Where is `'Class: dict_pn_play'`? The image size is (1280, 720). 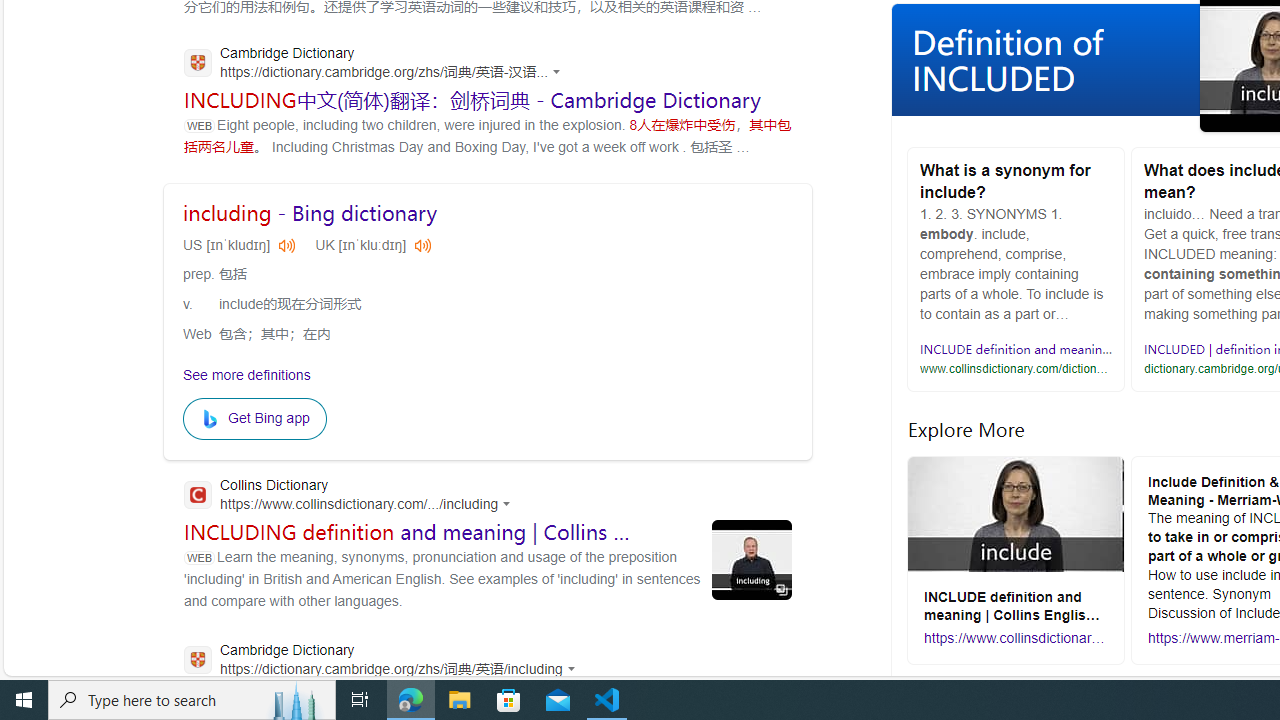
'Class: dict_pn_play' is located at coordinates (420, 243).